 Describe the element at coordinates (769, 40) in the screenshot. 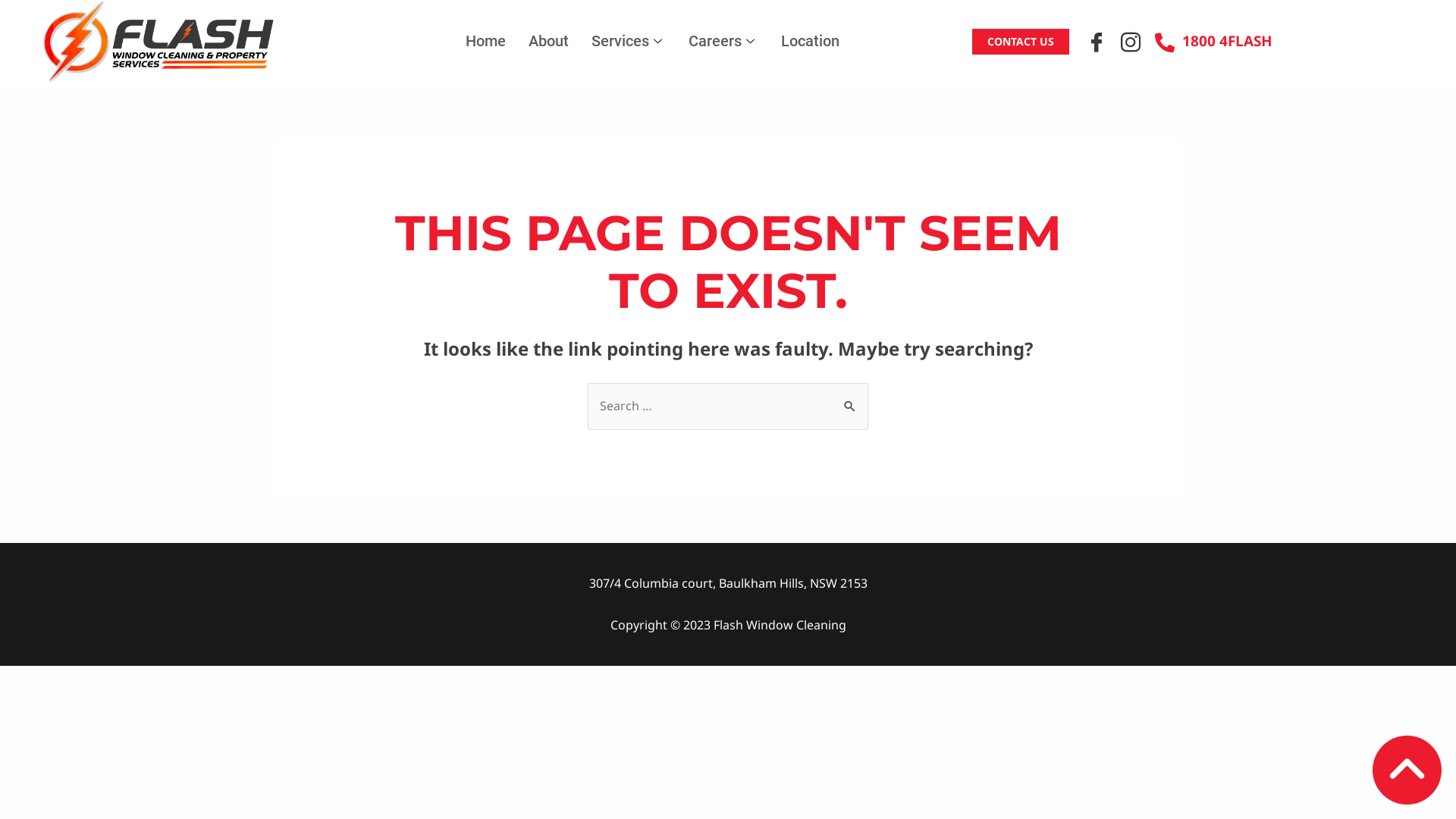

I see `'Location'` at that location.